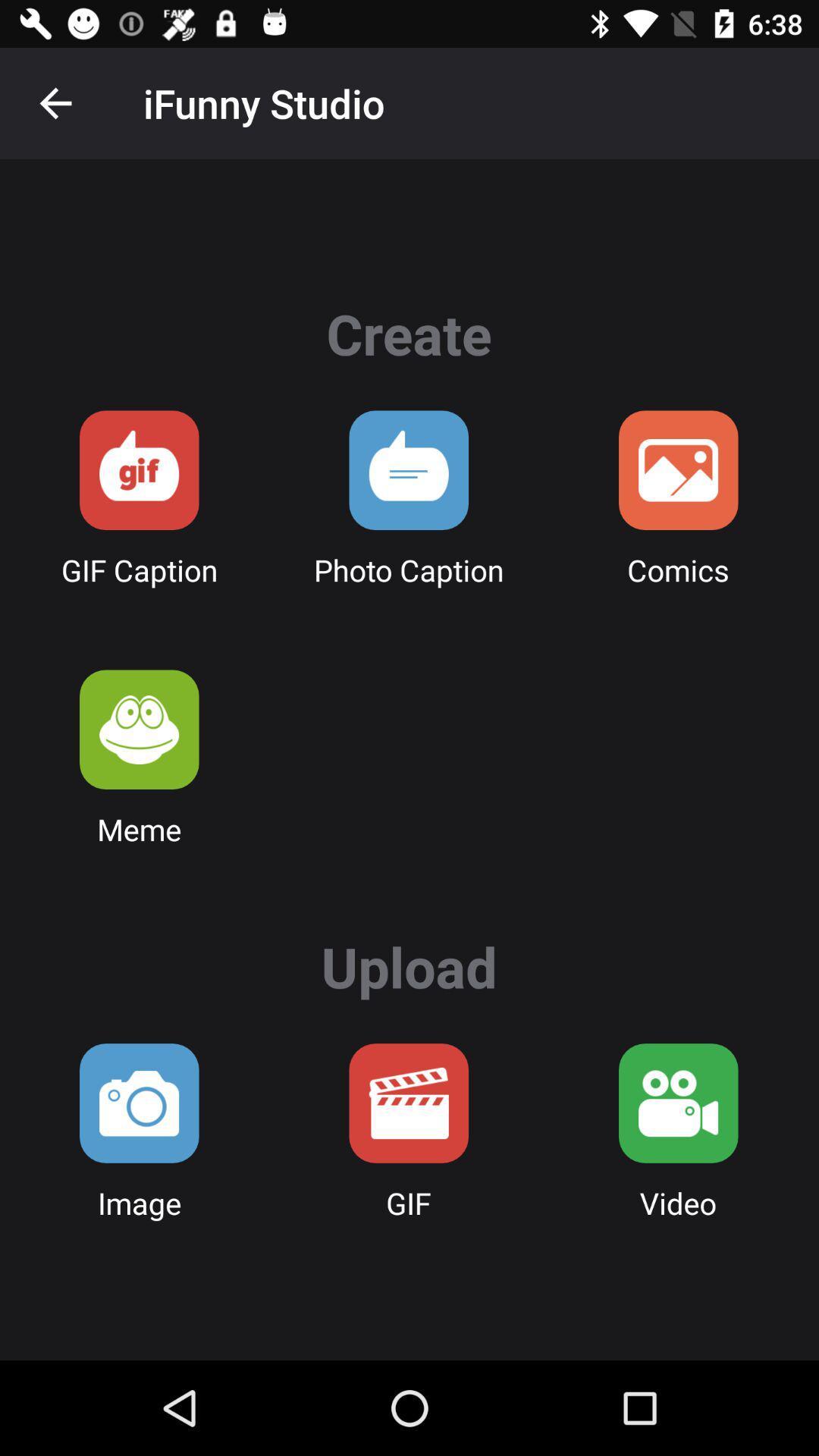 Image resolution: width=819 pixels, height=1456 pixels. Describe the element at coordinates (139, 469) in the screenshot. I see `send a gif` at that location.